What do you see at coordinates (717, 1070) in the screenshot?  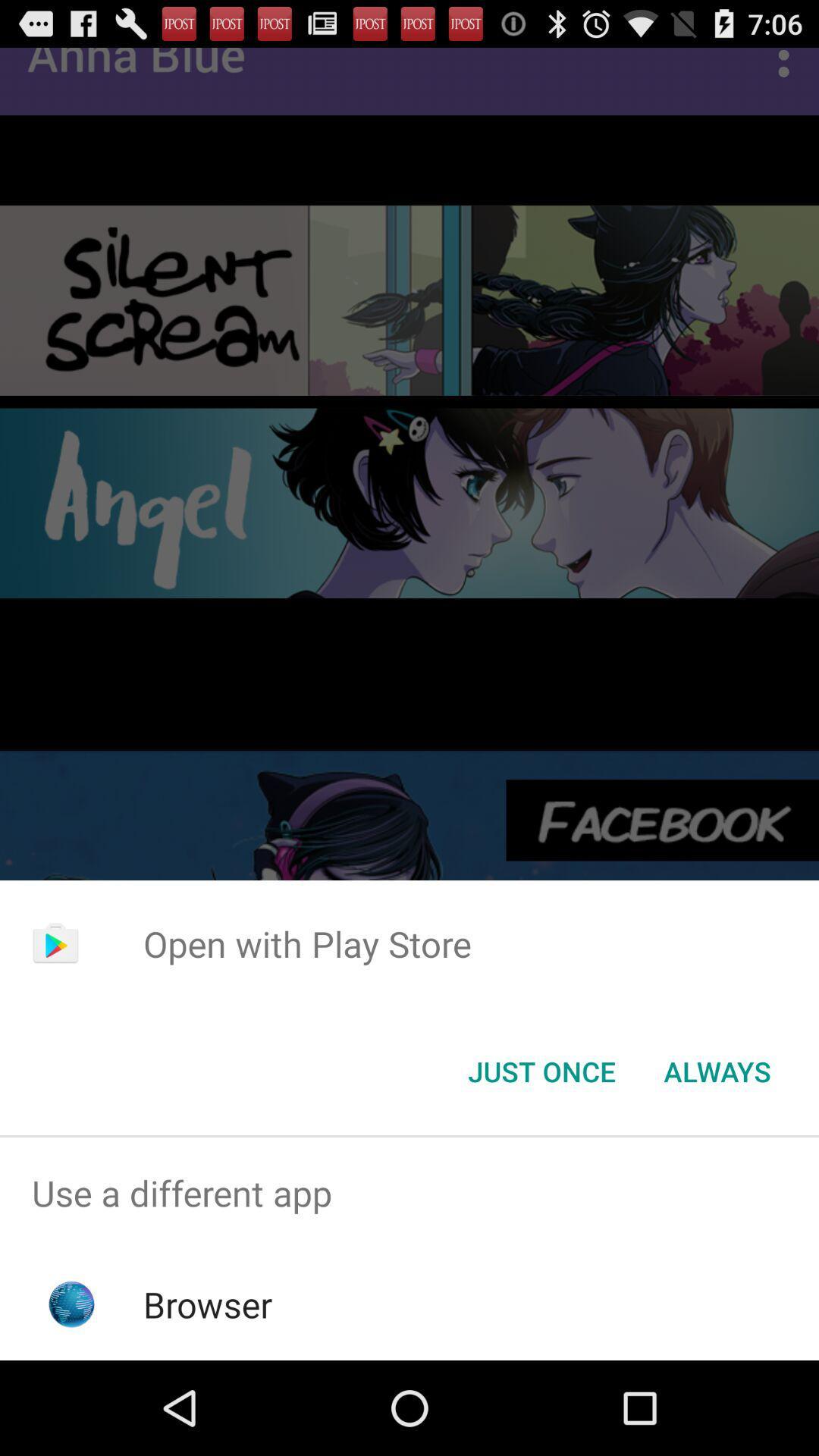 I see `item next to just once` at bounding box center [717, 1070].